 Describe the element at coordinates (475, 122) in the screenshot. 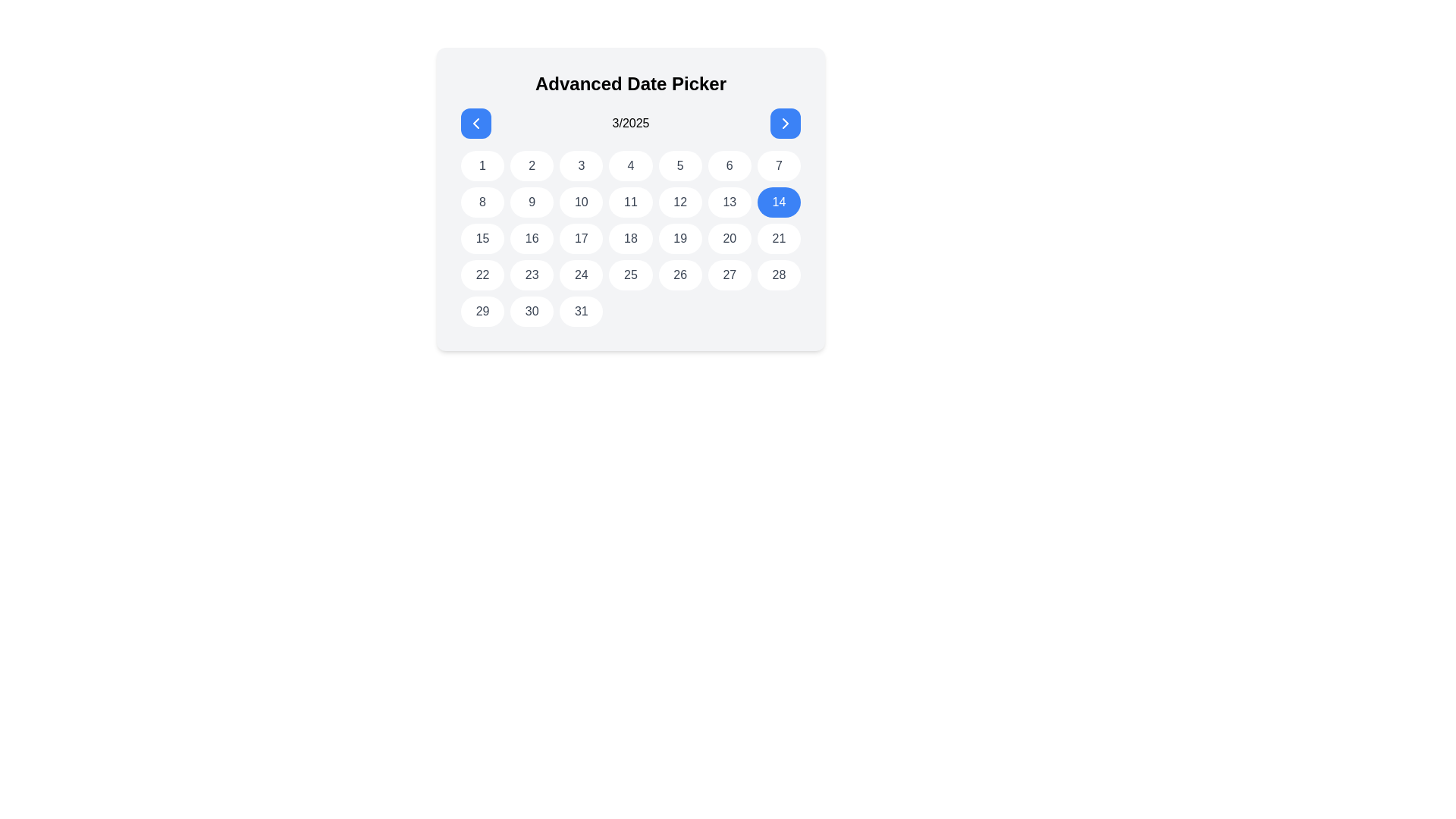

I see `the square blue button with rounded corners and a white left-facing chevron icon, located to the left of the '3/2025' text in the calendar header` at that location.